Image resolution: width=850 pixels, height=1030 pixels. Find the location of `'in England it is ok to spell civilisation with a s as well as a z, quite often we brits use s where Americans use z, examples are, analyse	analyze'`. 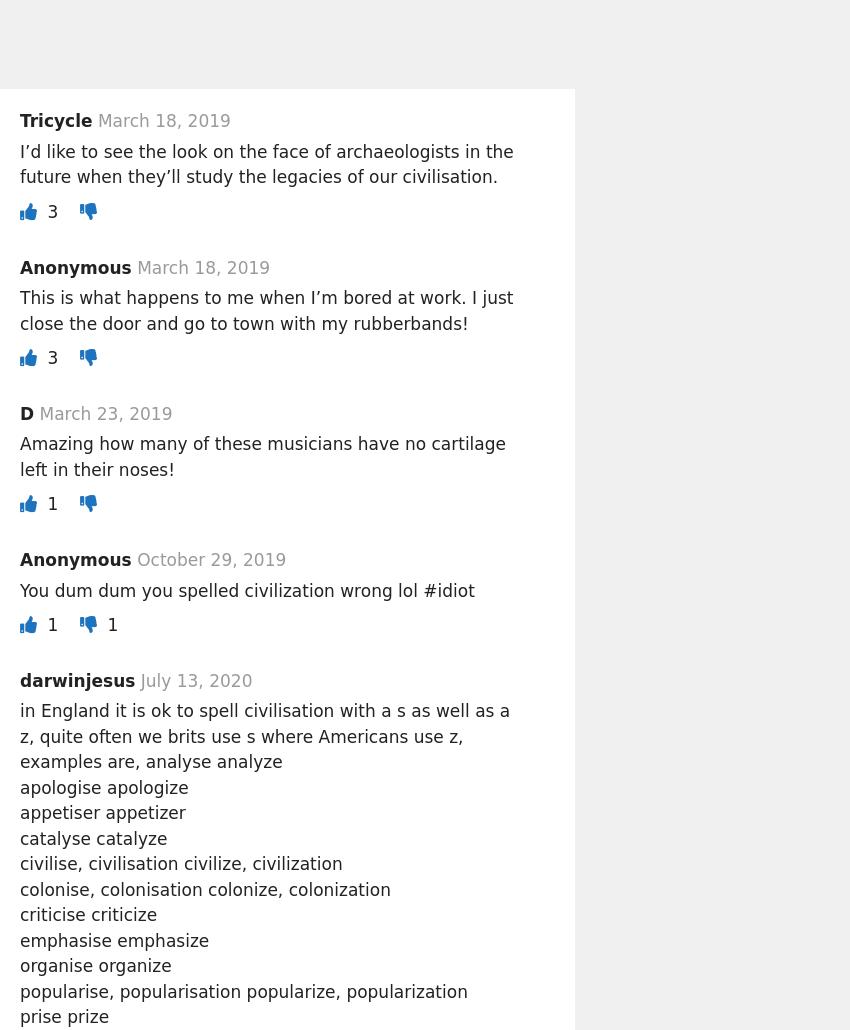

'in England it is ok to spell civilisation with a s as well as a z, quite often we brits use s where Americans use z, examples are, analyse	analyze' is located at coordinates (264, 736).